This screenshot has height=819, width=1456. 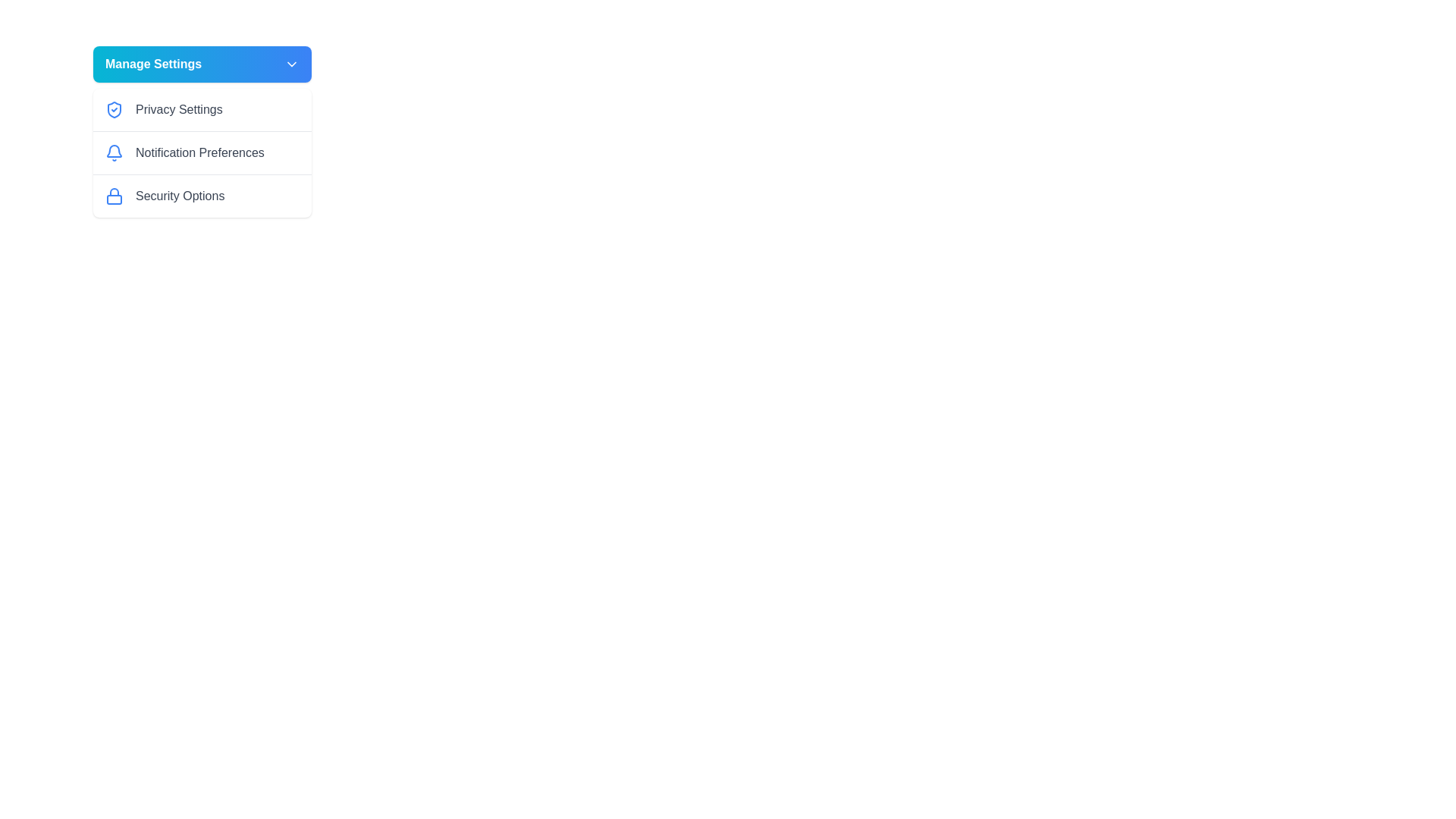 I want to click on the 'Security Options' menu item, which is the third item in the menu, so click(x=202, y=195).